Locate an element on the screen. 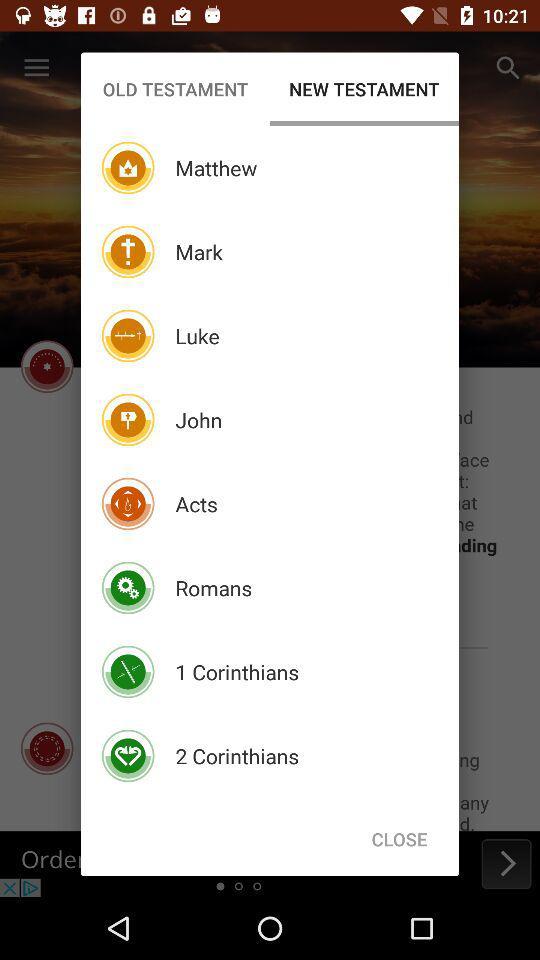 This screenshot has height=960, width=540. the icon below the john is located at coordinates (196, 503).